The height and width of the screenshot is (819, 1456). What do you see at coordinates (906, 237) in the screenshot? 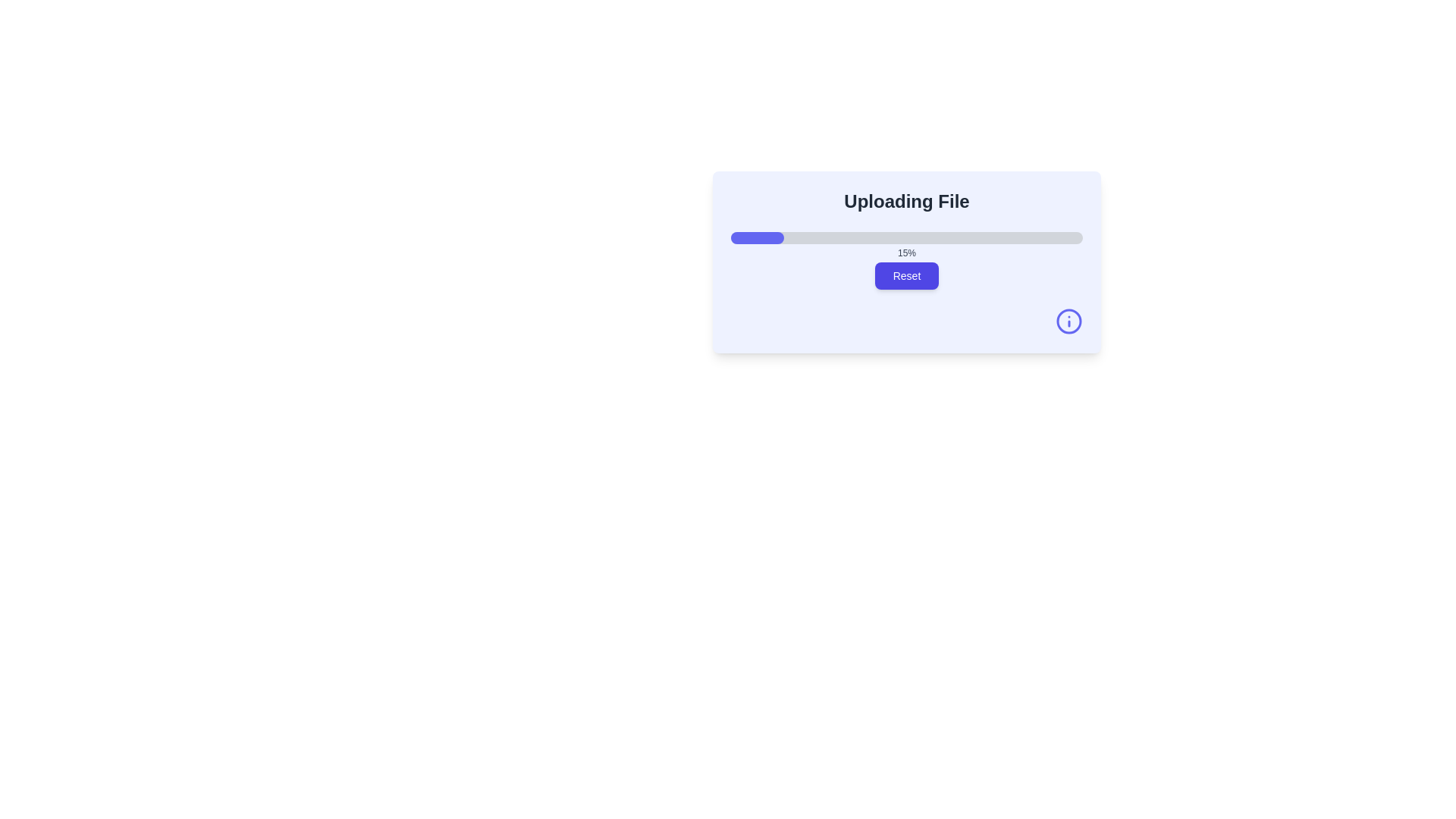
I see `the progress bar indicating the current progress of the upload process, which is located beneath the 'Uploading File' title and above the 'Reset' button` at bounding box center [906, 237].